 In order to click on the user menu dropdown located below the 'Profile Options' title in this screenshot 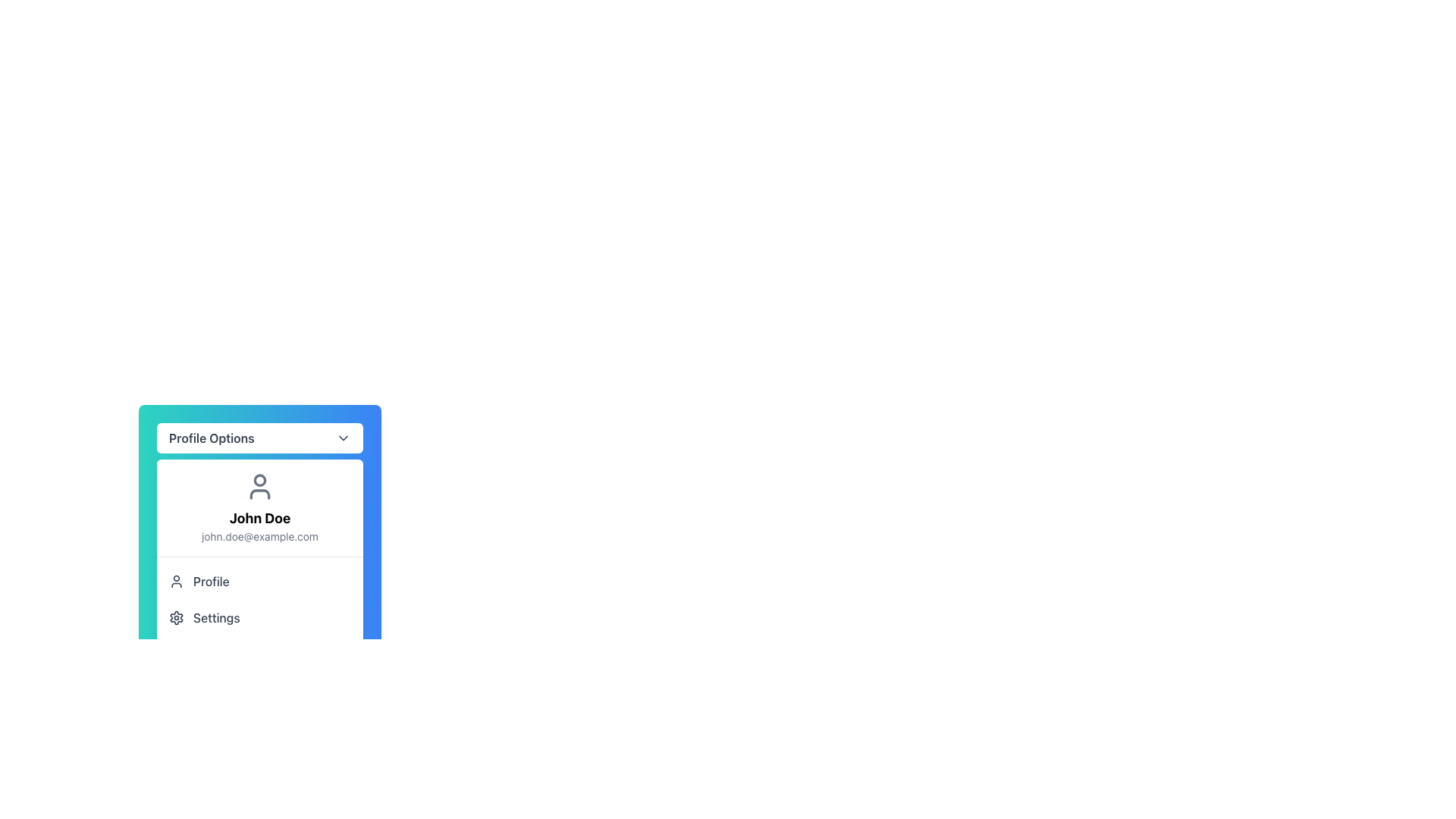, I will do `click(259, 568)`.